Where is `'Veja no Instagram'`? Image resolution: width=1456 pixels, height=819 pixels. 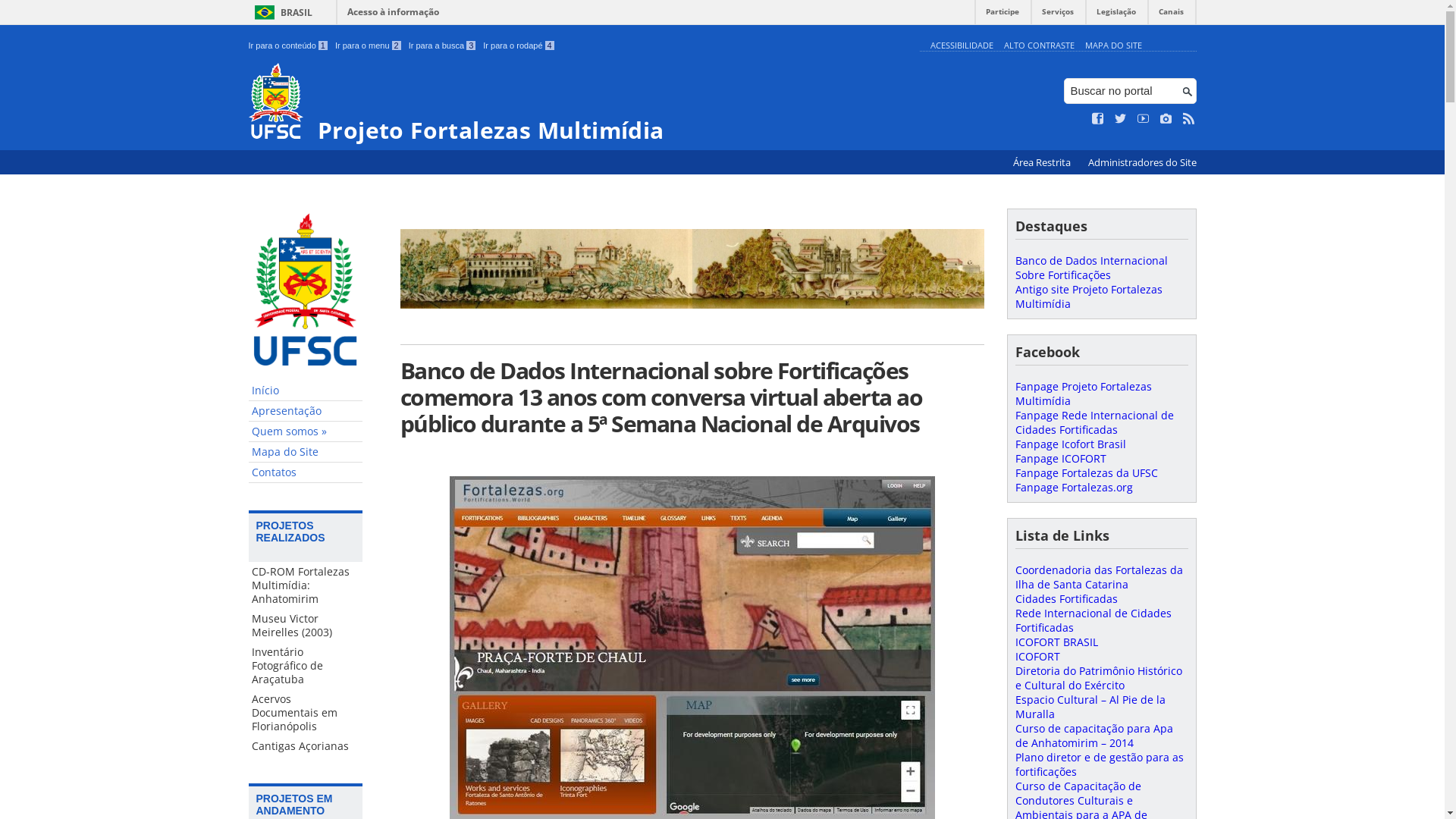
'Veja no Instagram' is located at coordinates (1165, 118).